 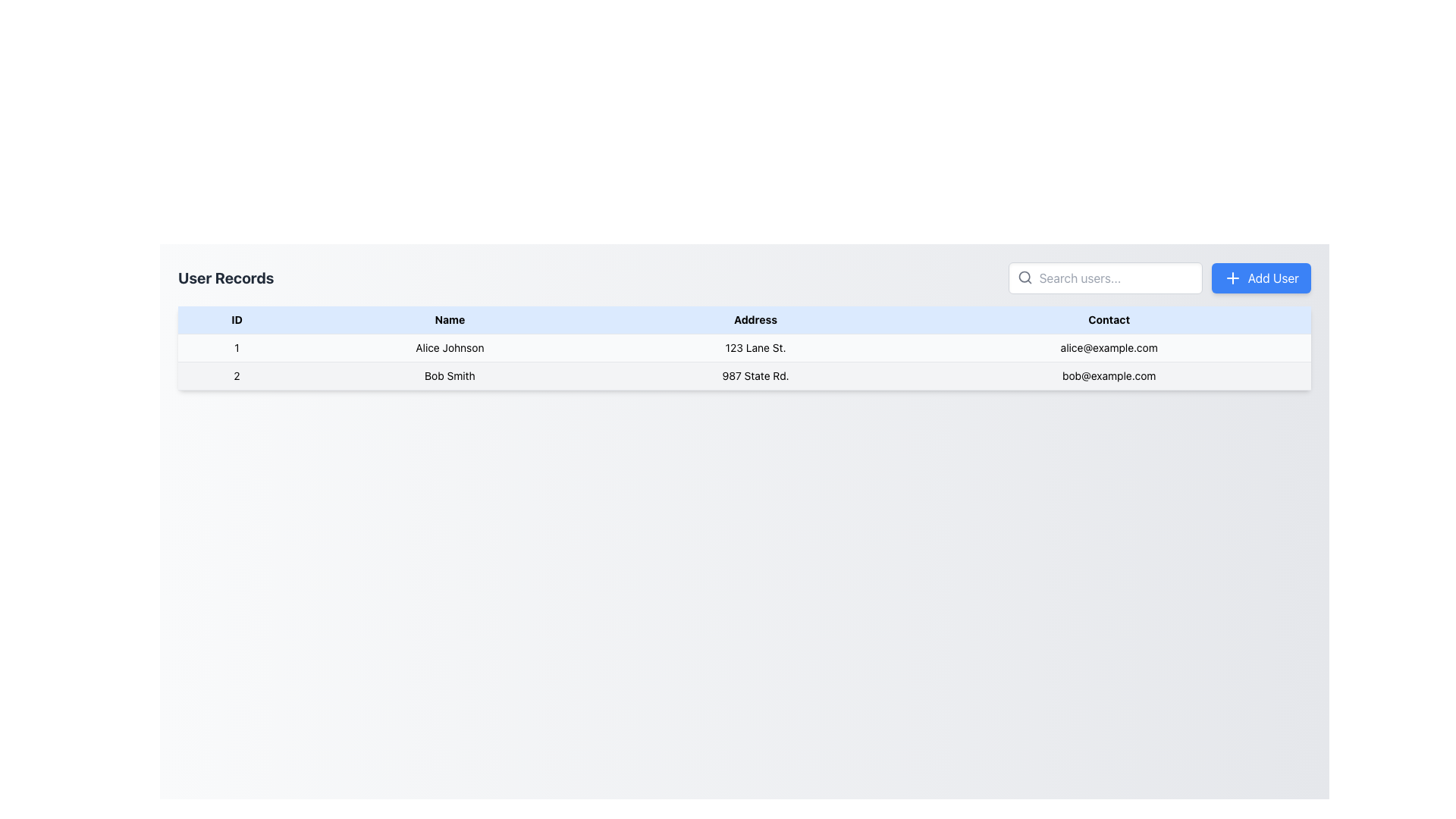 I want to click on the text label displaying 'Address' in bold black font on a light blue background, which is the third header in a table layout, so click(x=755, y=319).